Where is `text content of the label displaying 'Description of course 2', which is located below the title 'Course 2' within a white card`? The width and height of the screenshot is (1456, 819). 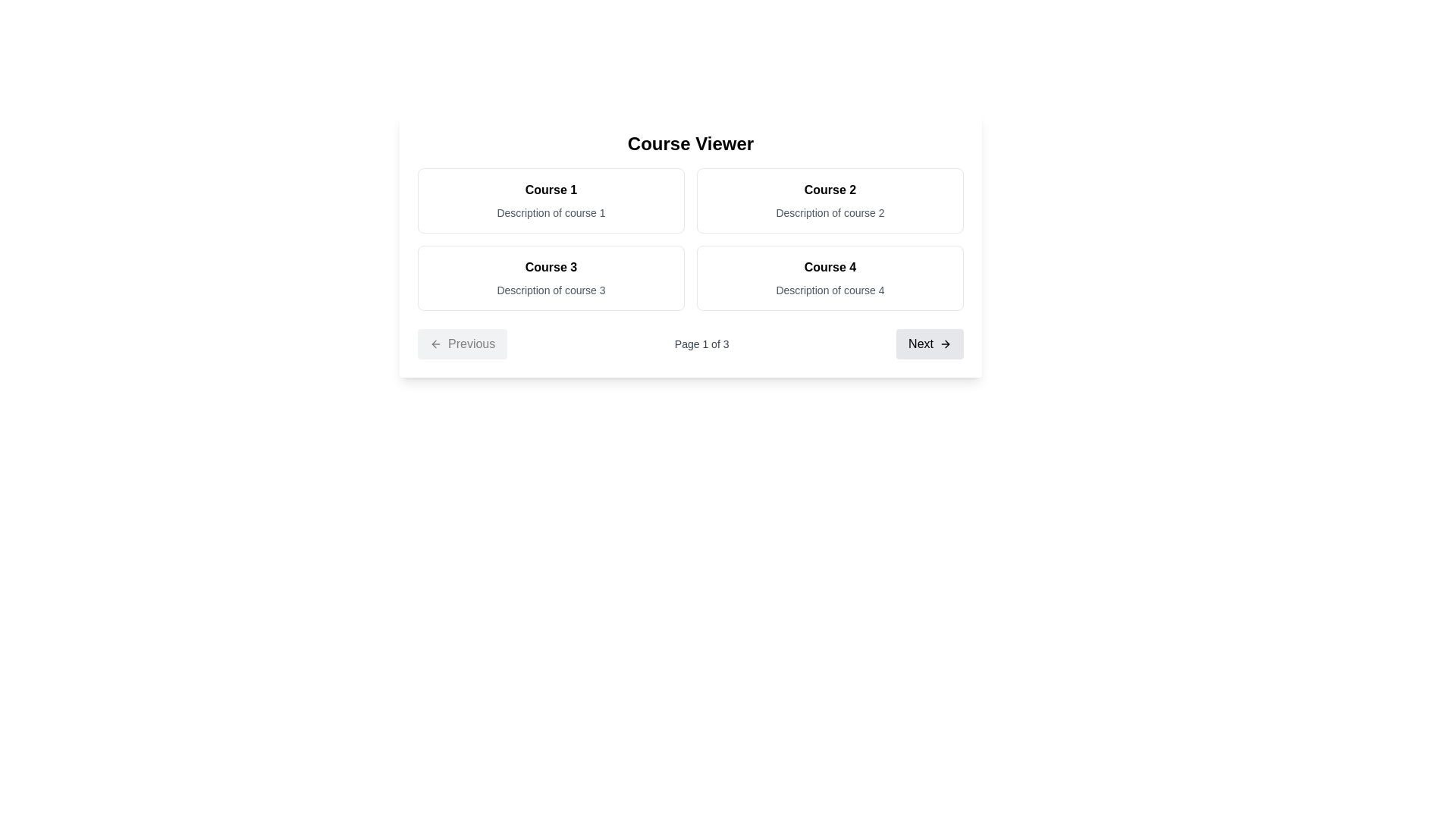
text content of the label displaying 'Description of course 2', which is located below the title 'Course 2' within a white card is located at coordinates (829, 213).